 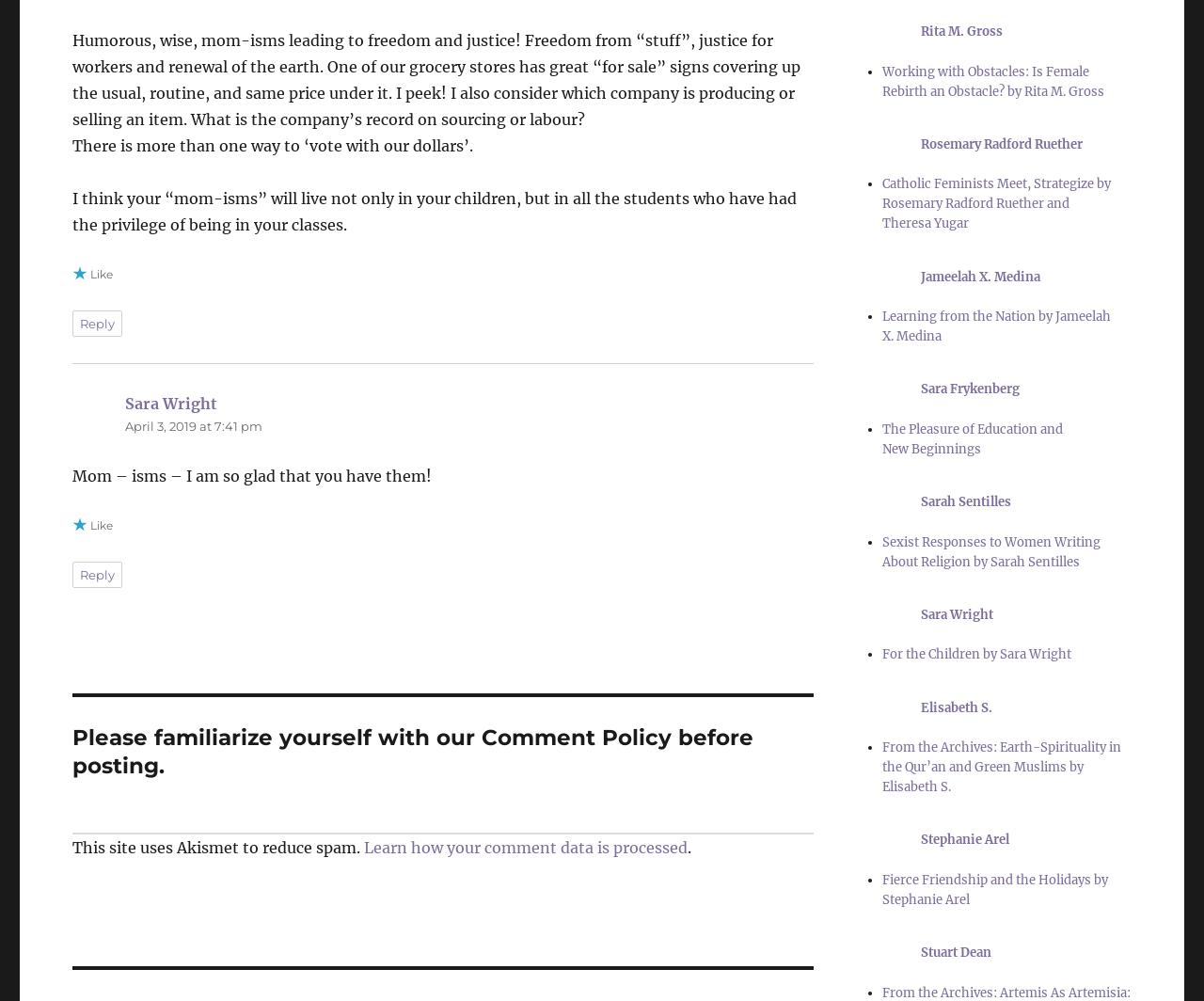 I want to click on 'There is more than one way to ‘vote with our dollars’.', so click(x=272, y=144).